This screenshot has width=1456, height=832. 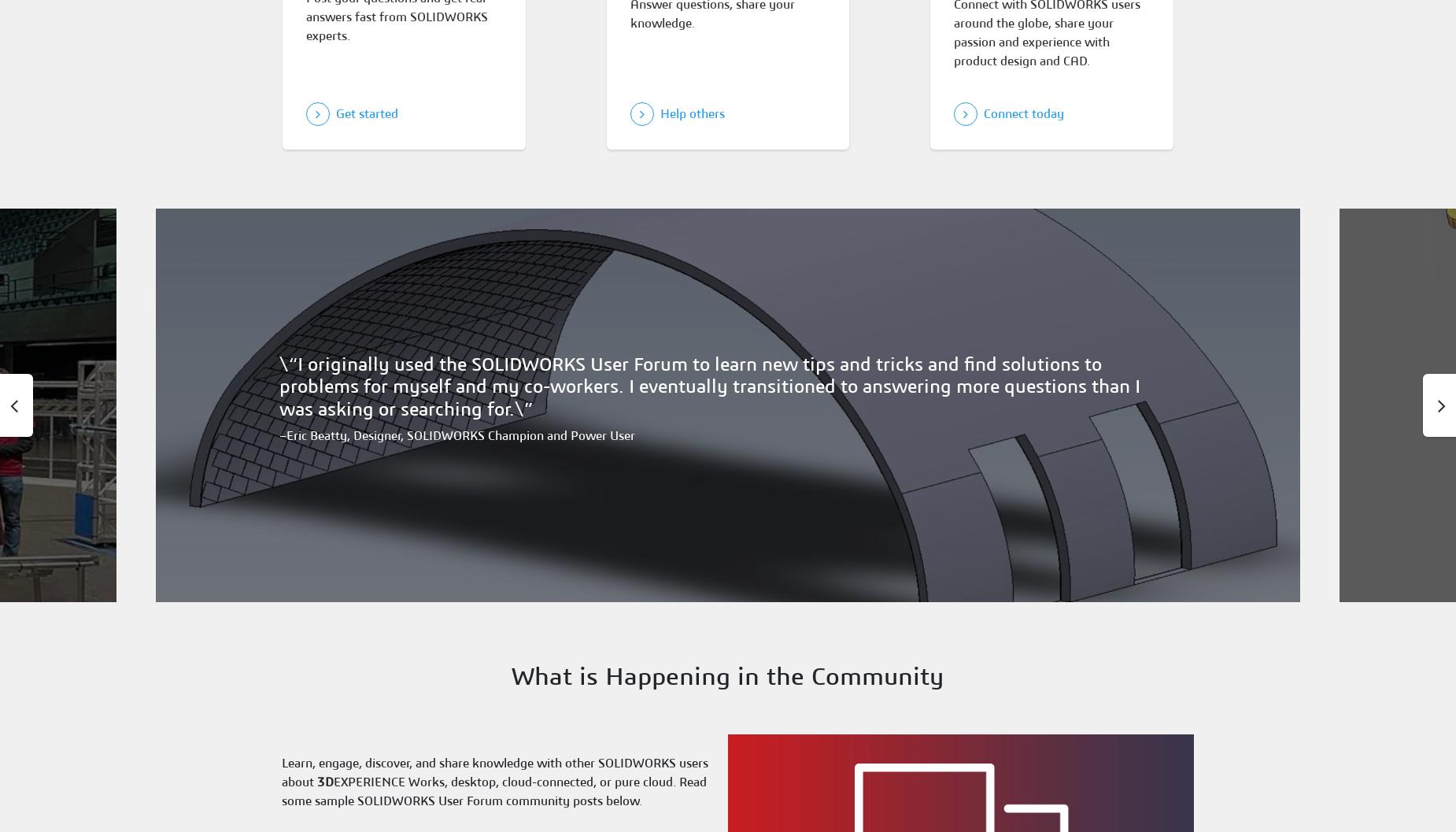 What do you see at coordinates (707, 591) in the screenshot?
I see `'Share what you know'` at bounding box center [707, 591].